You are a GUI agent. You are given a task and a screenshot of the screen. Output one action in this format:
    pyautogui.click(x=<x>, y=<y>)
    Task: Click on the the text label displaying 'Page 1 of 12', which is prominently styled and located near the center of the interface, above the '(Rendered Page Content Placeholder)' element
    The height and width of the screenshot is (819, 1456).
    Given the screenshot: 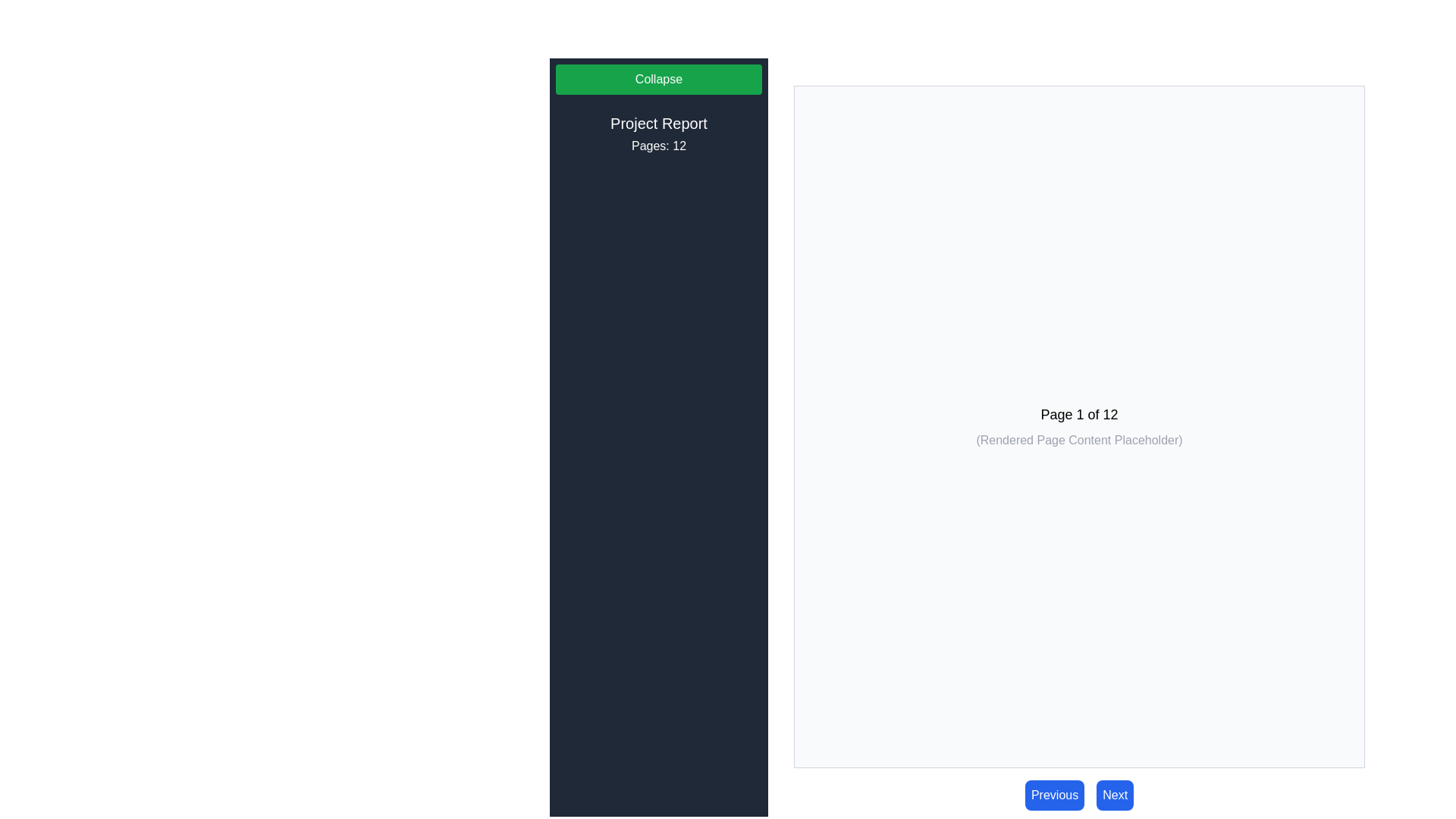 What is the action you would take?
    pyautogui.click(x=1078, y=415)
    